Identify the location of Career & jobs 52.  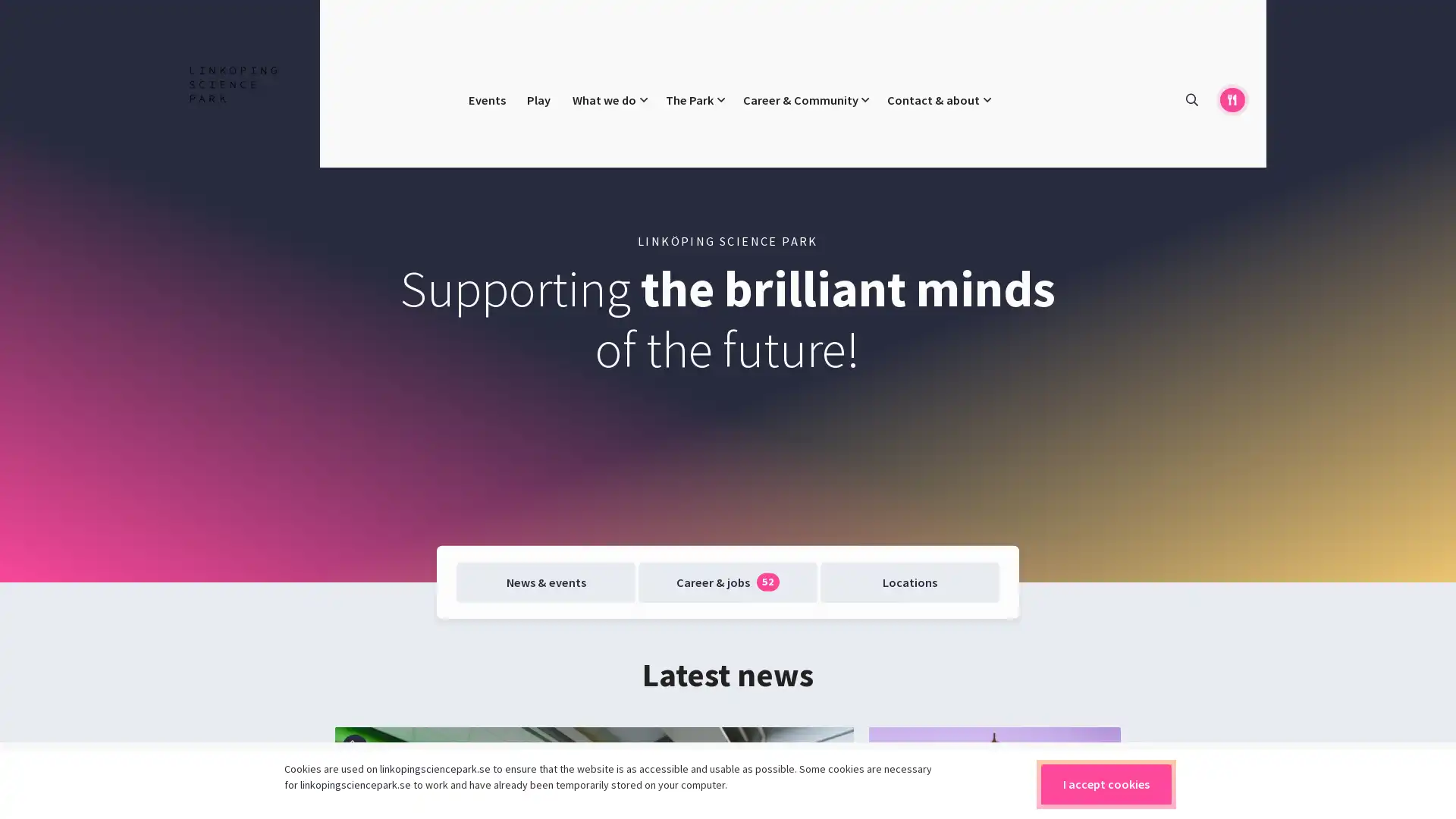
(726, 581).